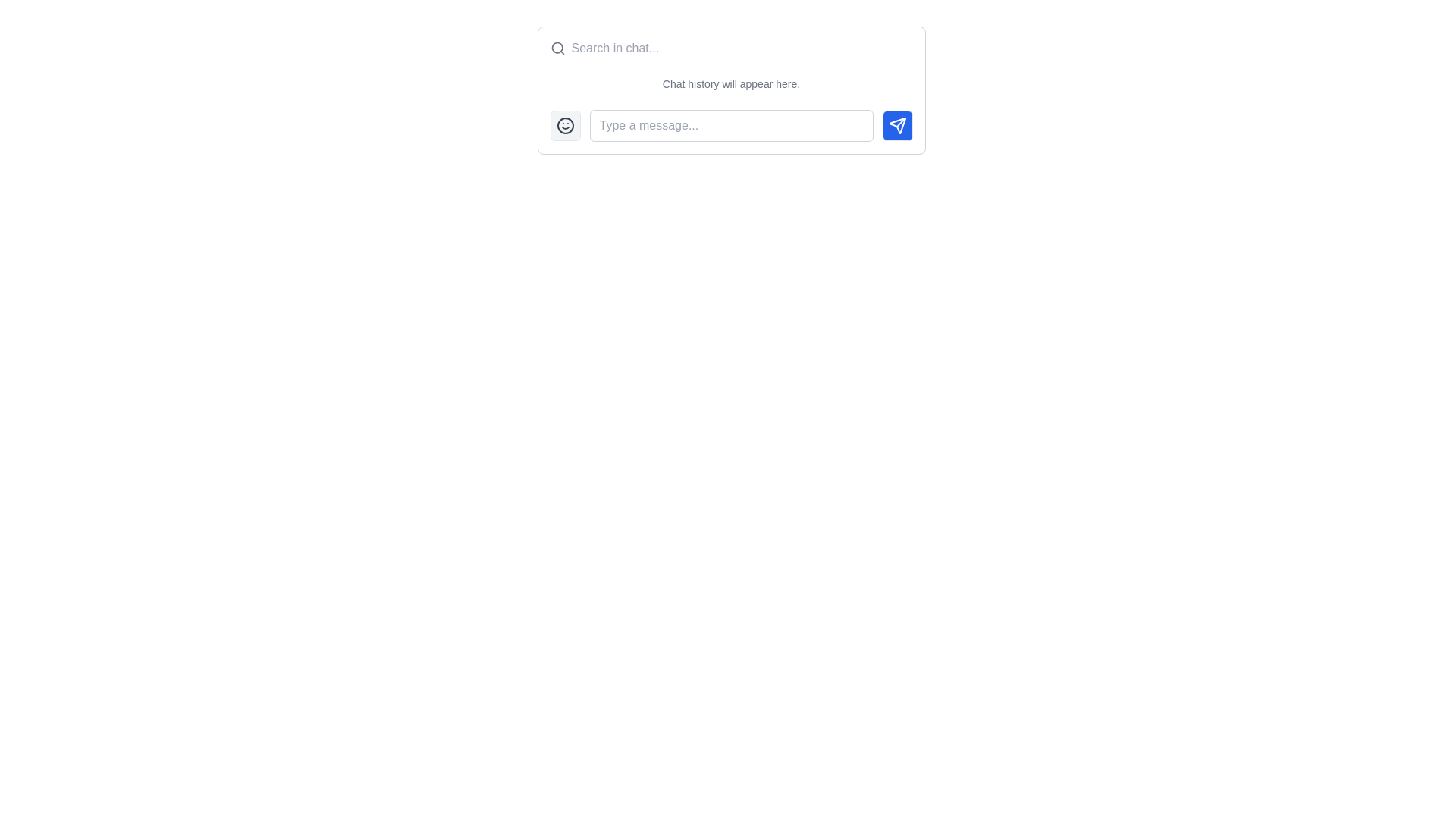 The width and height of the screenshot is (1456, 819). What do you see at coordinates (564, 124) in the screenshot?
I see `the circular graphic element that forms the main outline of a face icon, located near the left end of the message input box` at bounding box center [564, 124].